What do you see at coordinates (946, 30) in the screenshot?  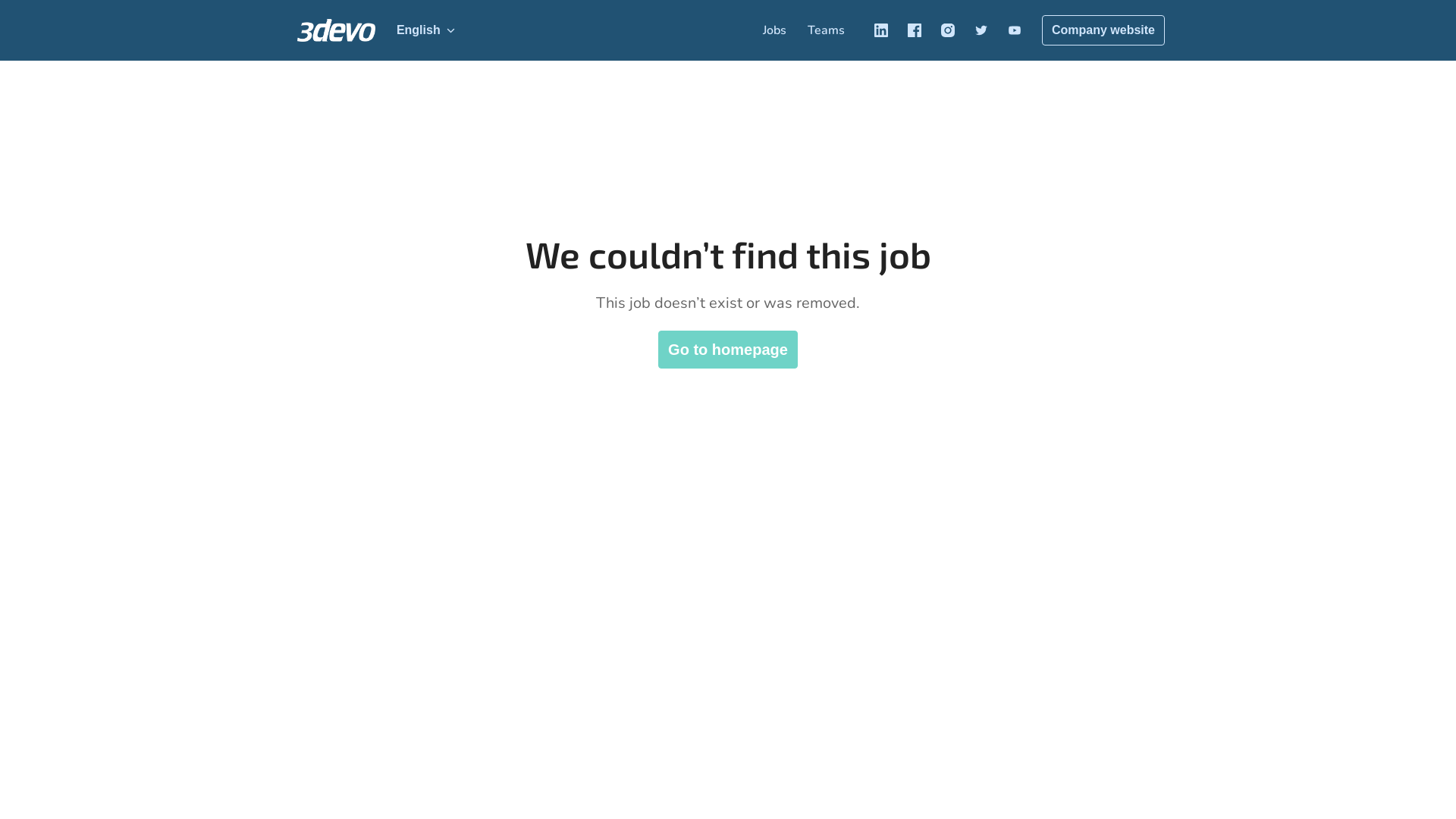 I see `'instagram'` at bounding box center [946, 30].